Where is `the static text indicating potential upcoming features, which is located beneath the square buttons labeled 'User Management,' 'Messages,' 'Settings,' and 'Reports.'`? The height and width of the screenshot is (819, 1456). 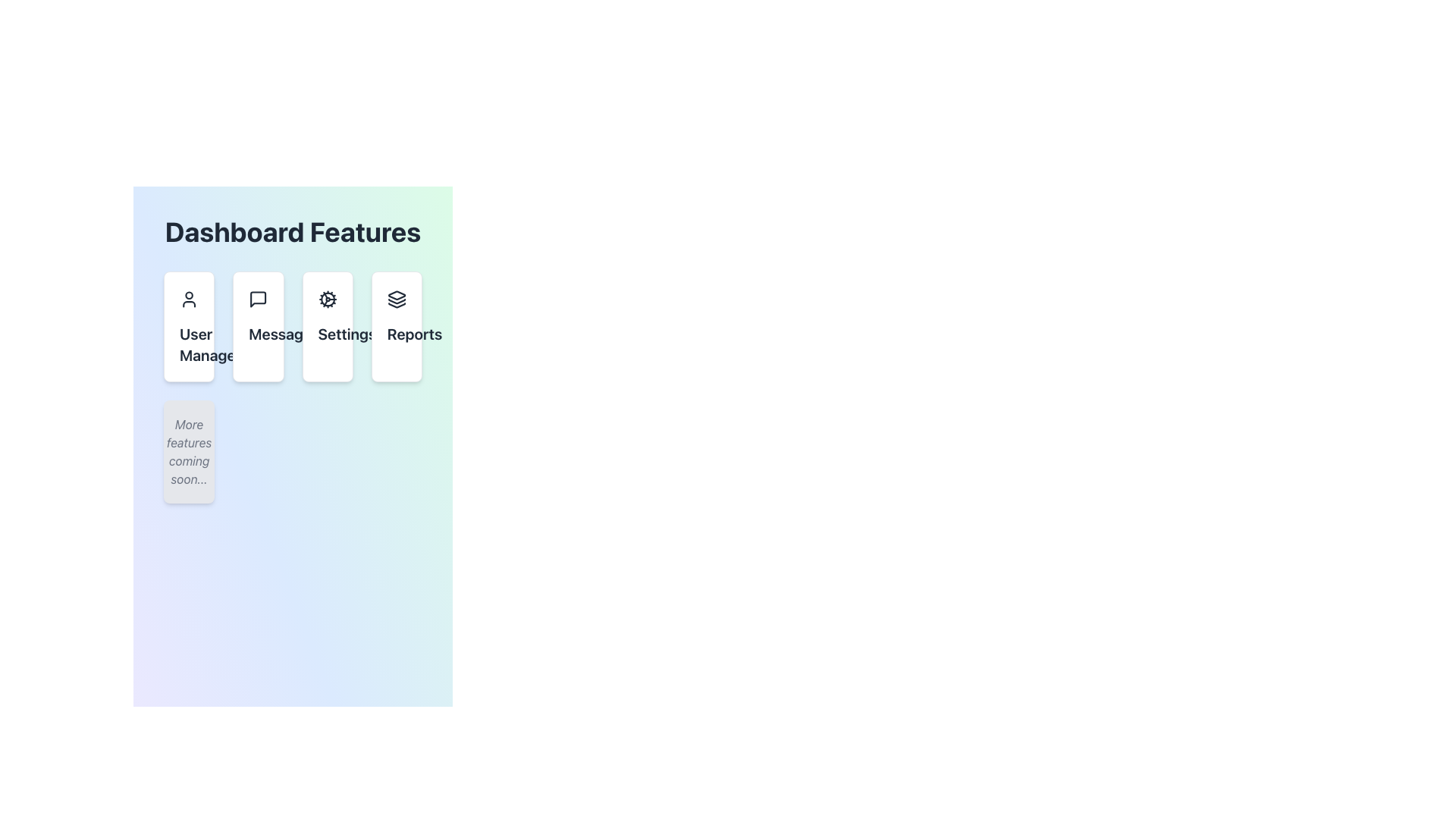 the static text indicating potential upcoming features, which is located beneath the square buttons labeled 'User Management,' 'Messages,' 'Settings,' and 'Reports.' is located at coordinates (188, 451).